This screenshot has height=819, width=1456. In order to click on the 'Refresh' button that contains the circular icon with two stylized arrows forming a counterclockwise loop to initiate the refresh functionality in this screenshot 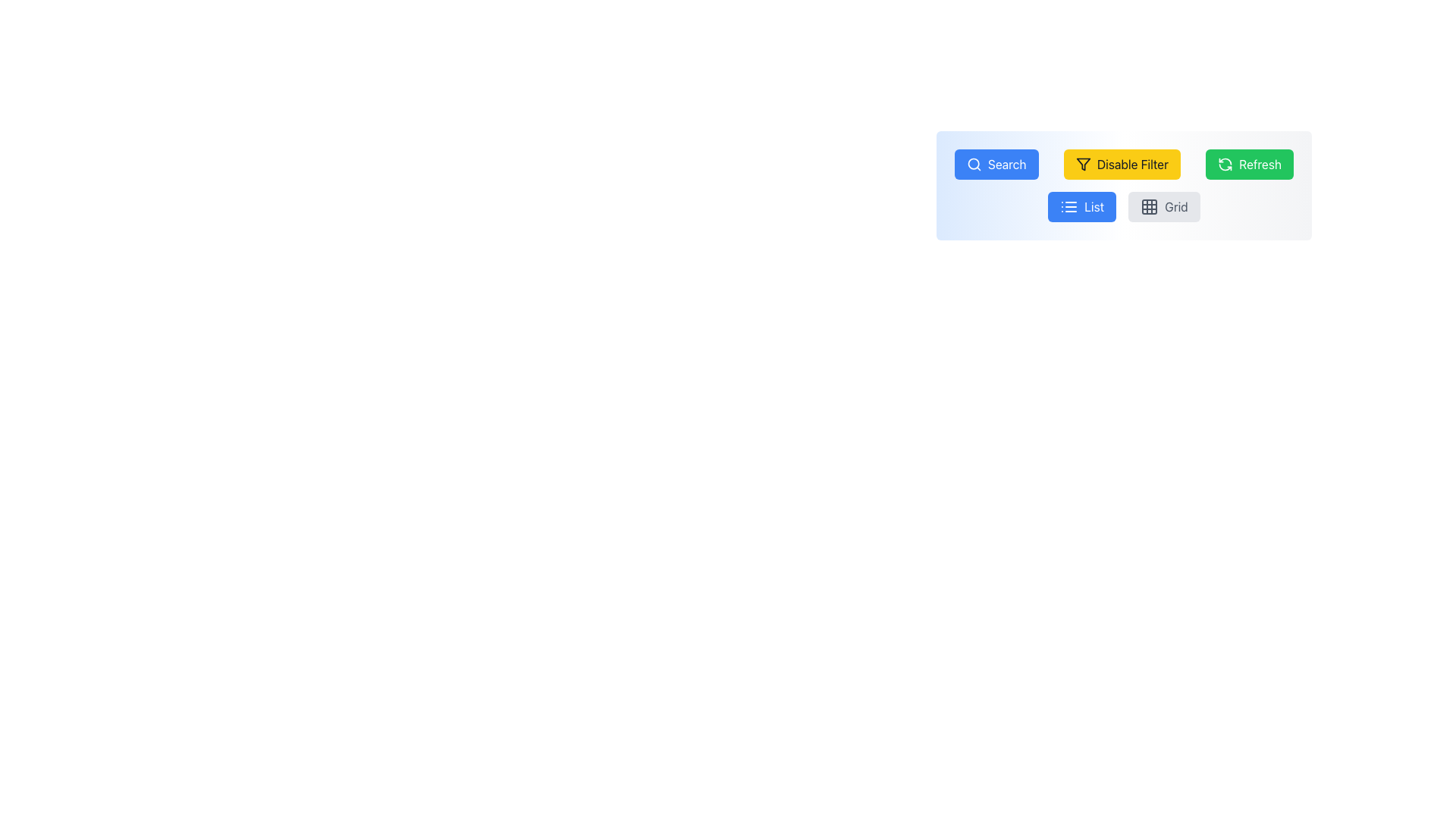, I will do `click(1225, 164)`.